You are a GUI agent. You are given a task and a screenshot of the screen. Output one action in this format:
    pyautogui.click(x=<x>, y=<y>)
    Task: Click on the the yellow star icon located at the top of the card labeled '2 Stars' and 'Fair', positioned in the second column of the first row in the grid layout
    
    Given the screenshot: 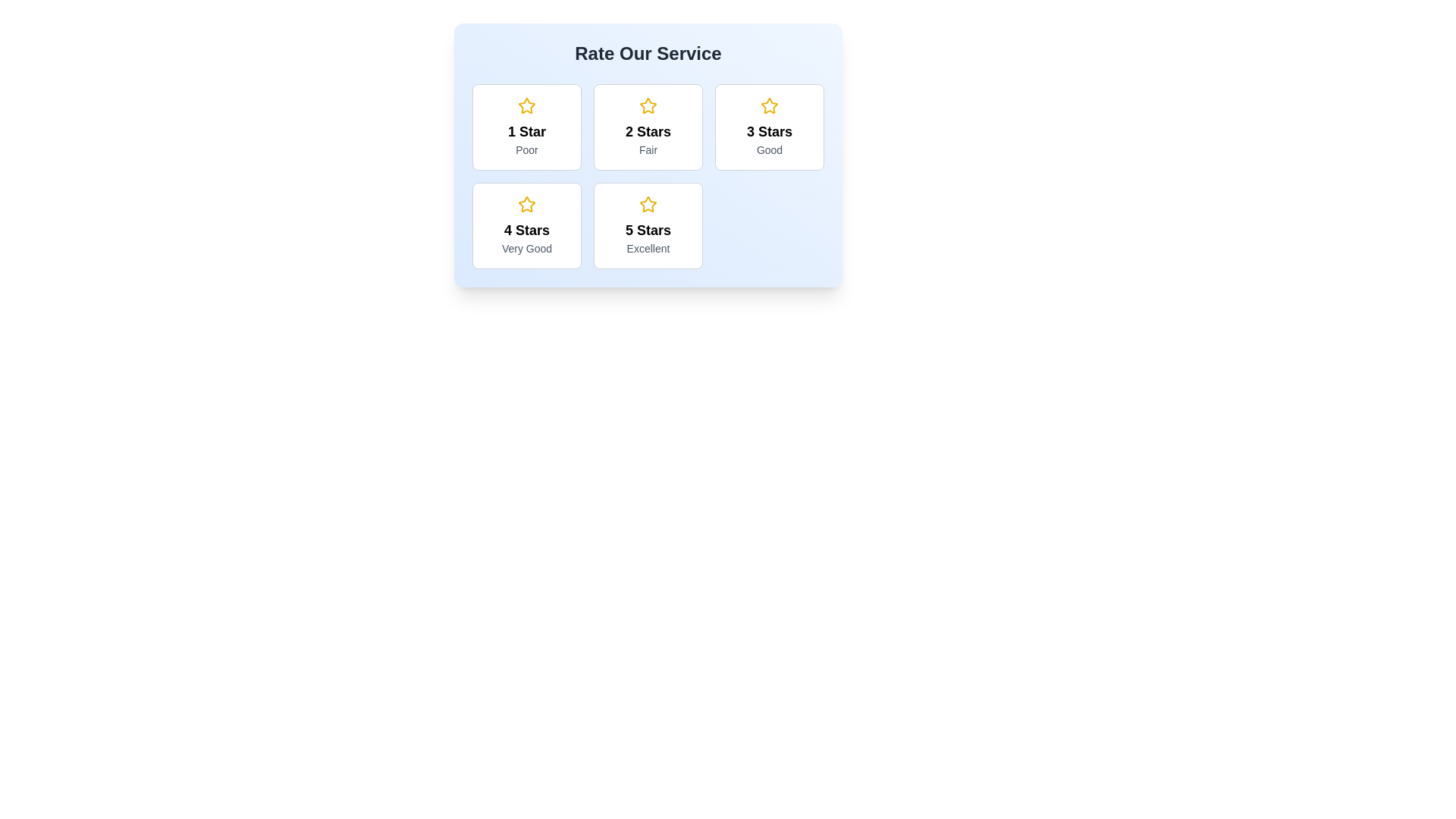 What is the action you would take?
    pyautogui.click(x=648, y=105)
    